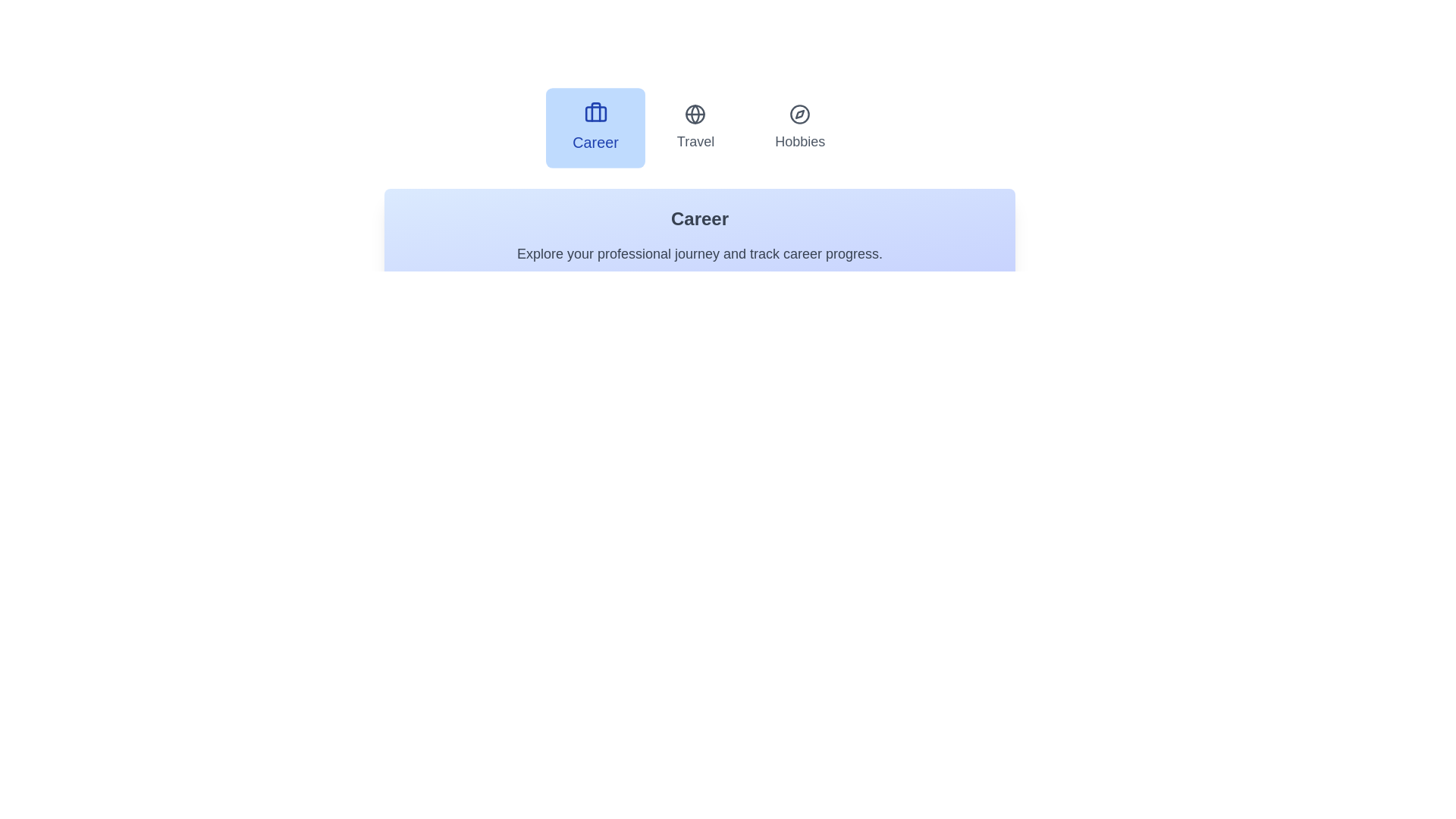  I want to click on the tab labeled Hobbies to switch its content, so click(799, 127).